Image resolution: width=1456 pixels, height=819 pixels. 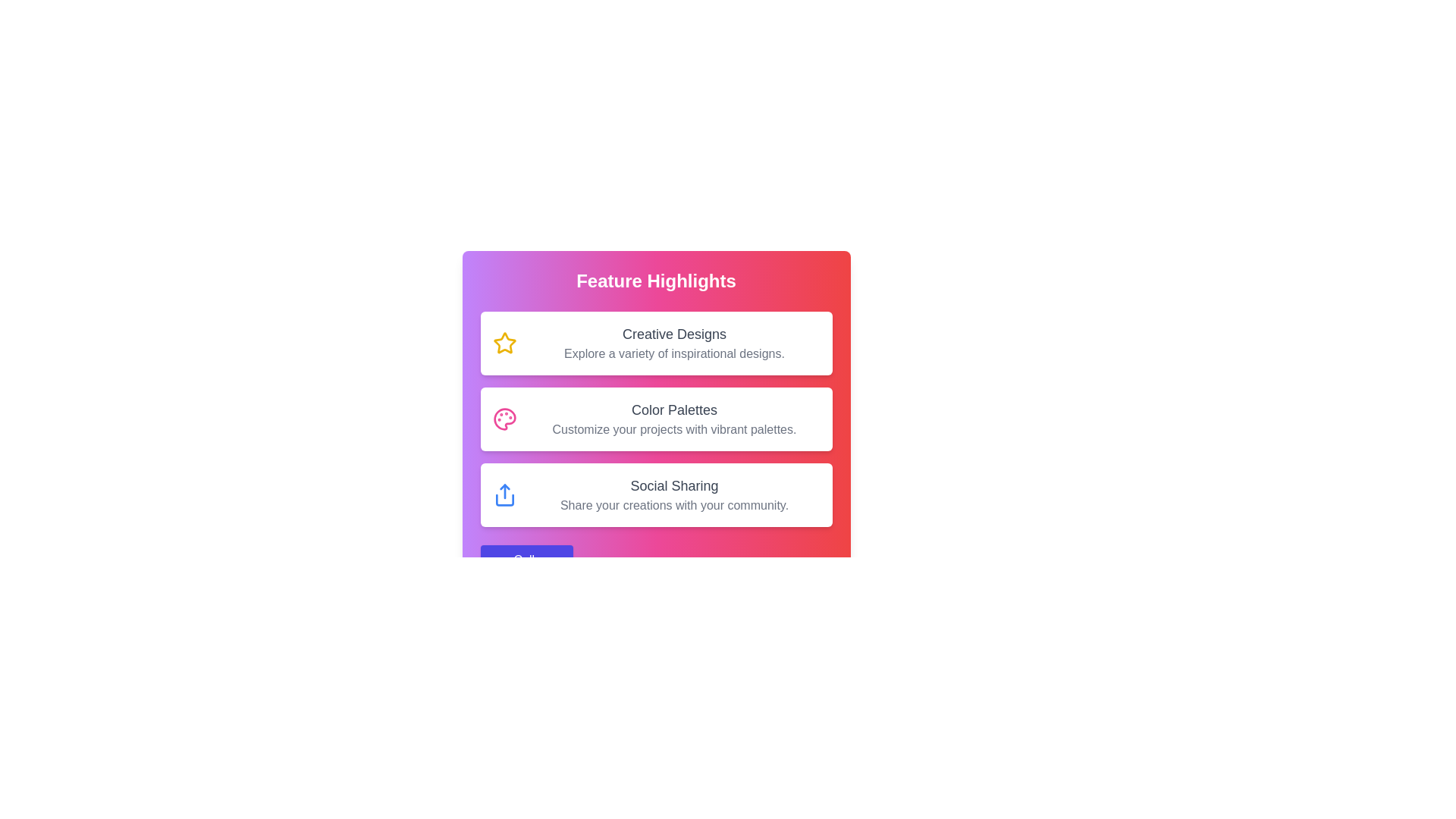 I want to click on the 'Collapse' button with a blue background and white text, so click(x=526, y=560).